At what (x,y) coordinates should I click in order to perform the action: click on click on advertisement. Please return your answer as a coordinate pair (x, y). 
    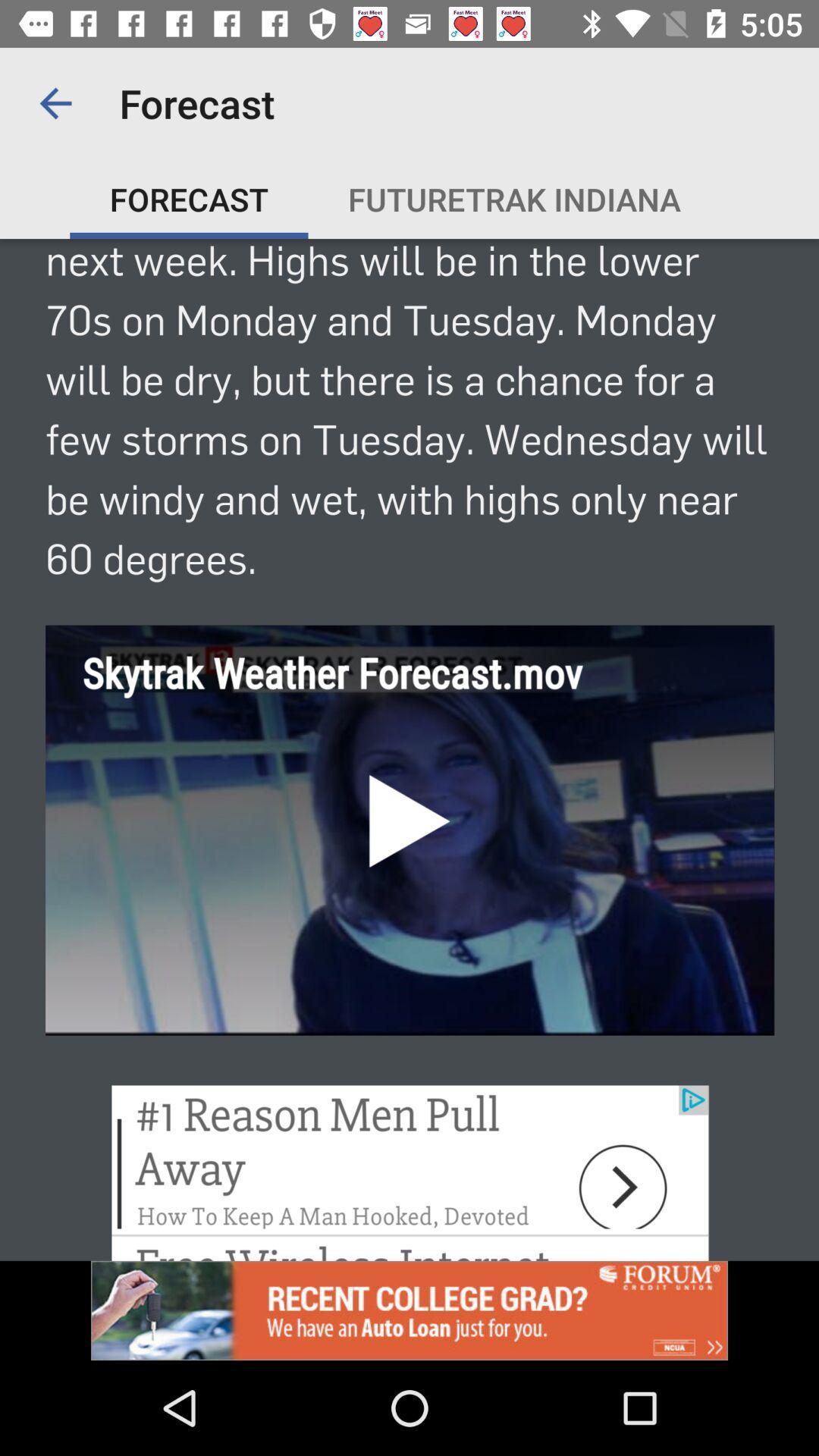
    Looking at the image, I should click on (409, 1310).